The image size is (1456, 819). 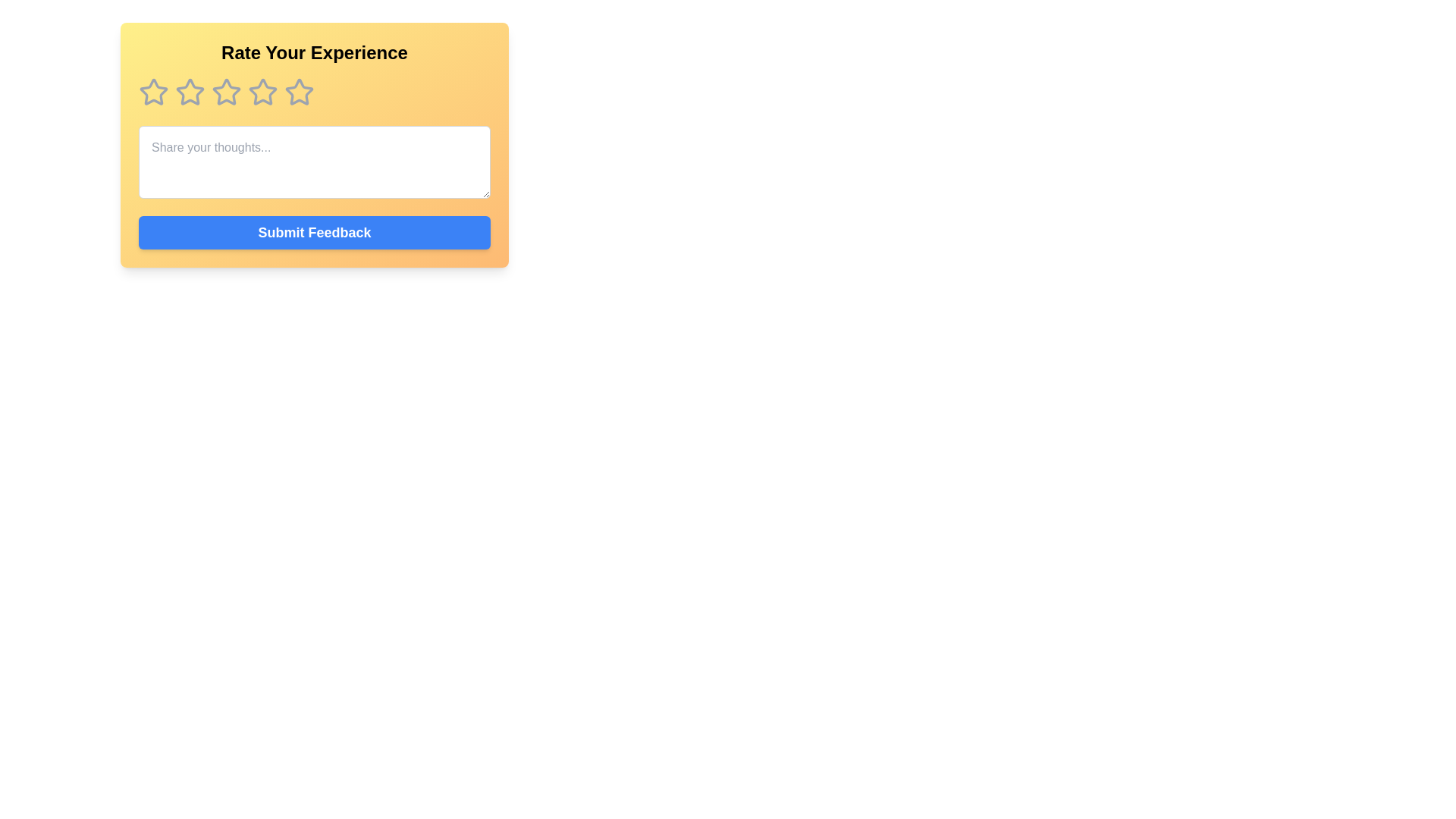 What do you see at coordinates (153, 92) in the screenshot?
I see `the first star icon in the rating mechanism` at bounding box center [153, 92].